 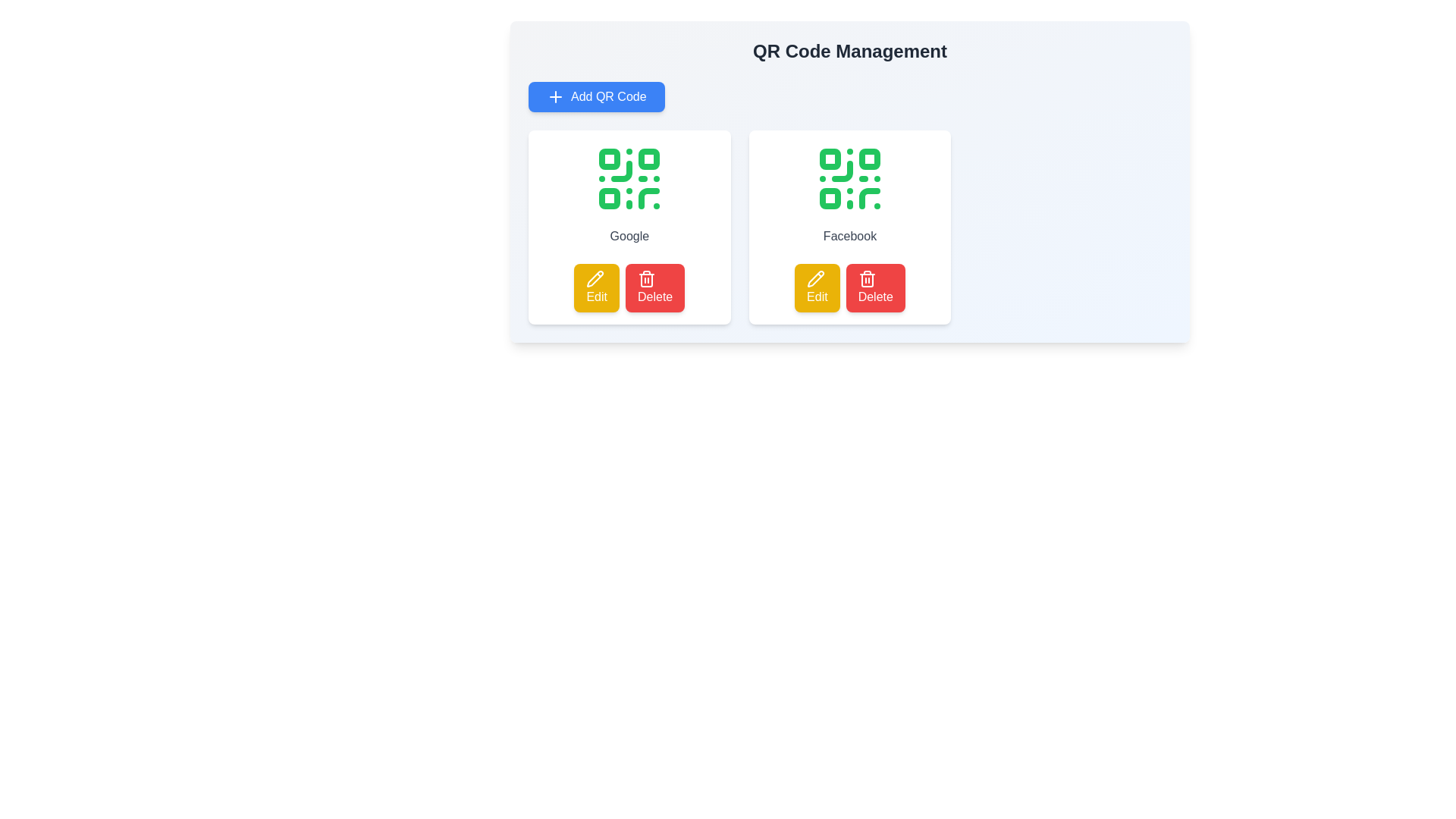 What do you see at coordinates (849, 237) in the screenshot?
I see `the static text label displaying 'Facebook', which is centered in the second card of a pair of horizontally aligned cards, positioned below a green QR code and above 'Edit' and 'Delete' buttons` at bounding box center [849, 237].